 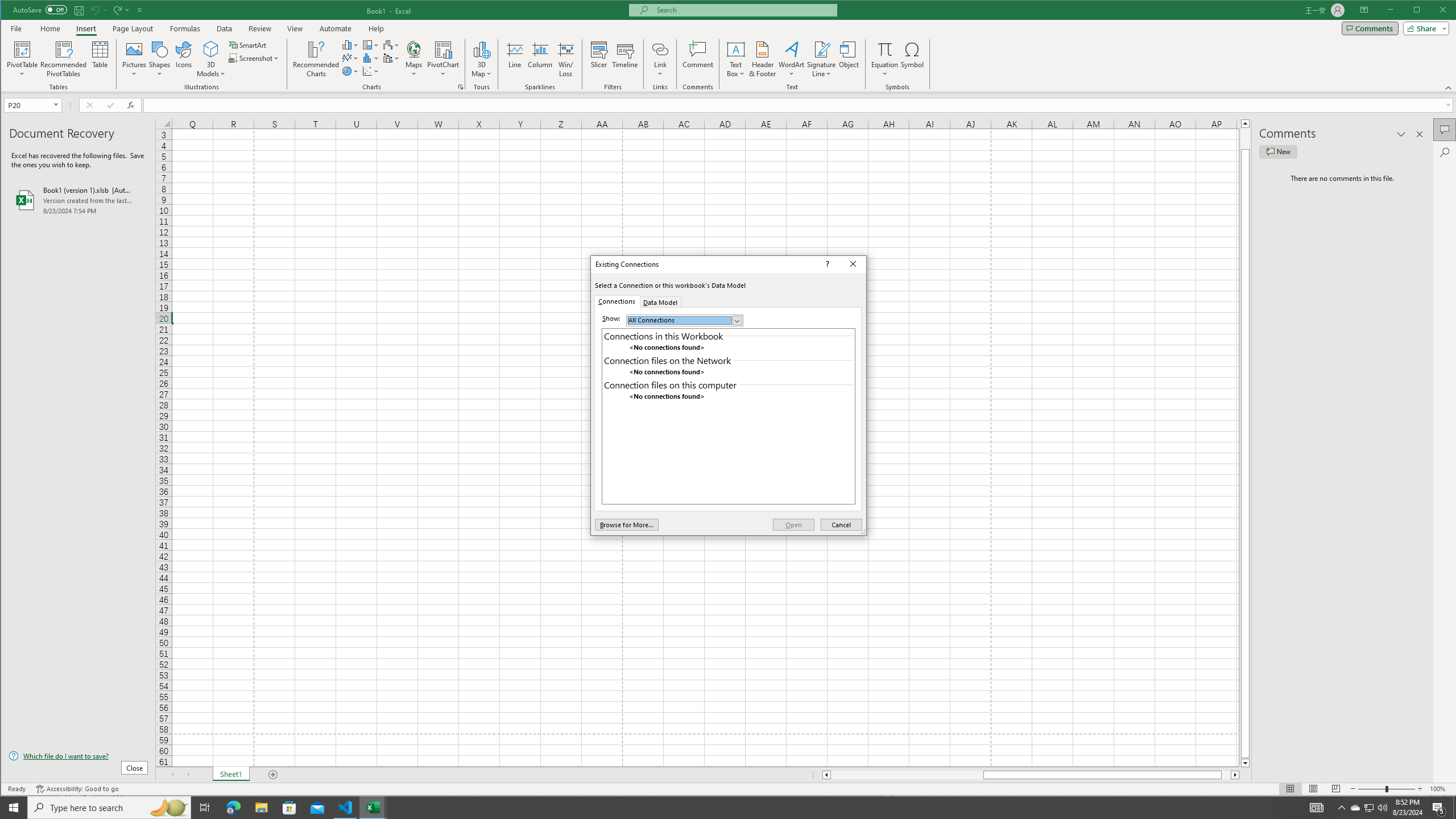 I want to click on 'Line', so click(x=514, y=59).